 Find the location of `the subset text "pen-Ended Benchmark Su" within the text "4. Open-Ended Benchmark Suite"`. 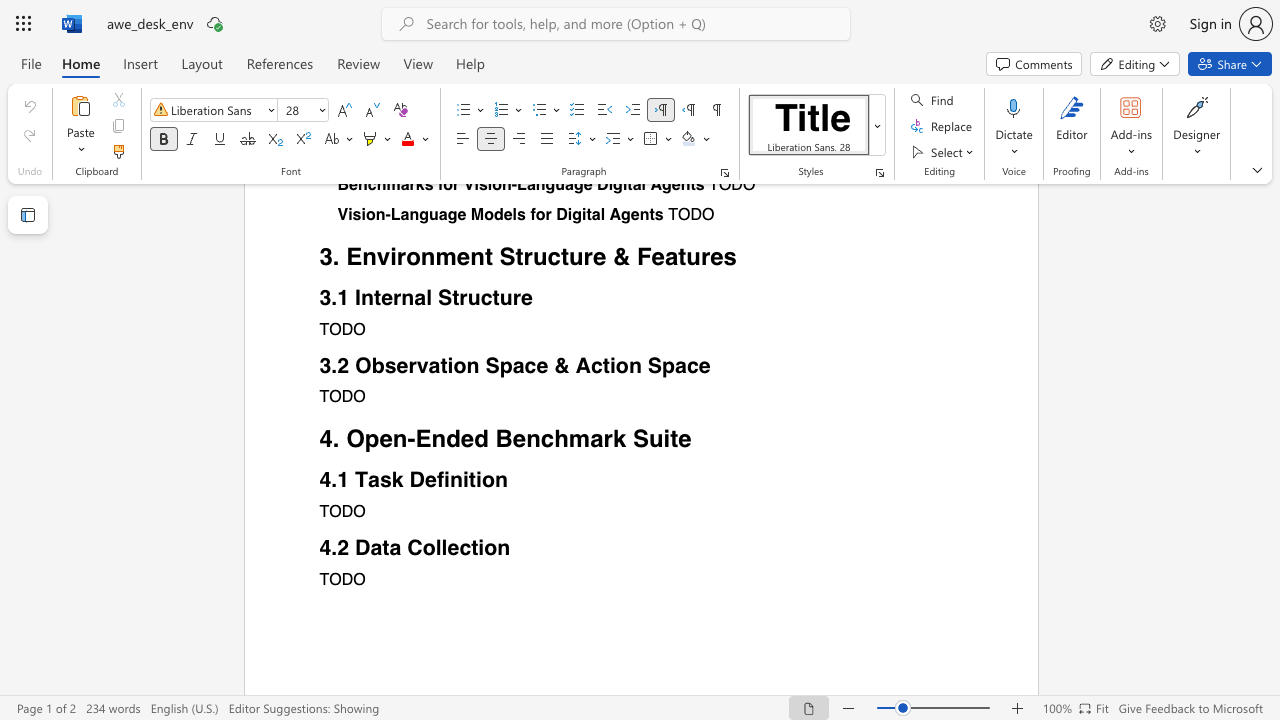

the subset text "pen-Ended Benchmark Su" within the text "4. Open-Ended Benchmark Suite" is located at coordinates (364, 438).